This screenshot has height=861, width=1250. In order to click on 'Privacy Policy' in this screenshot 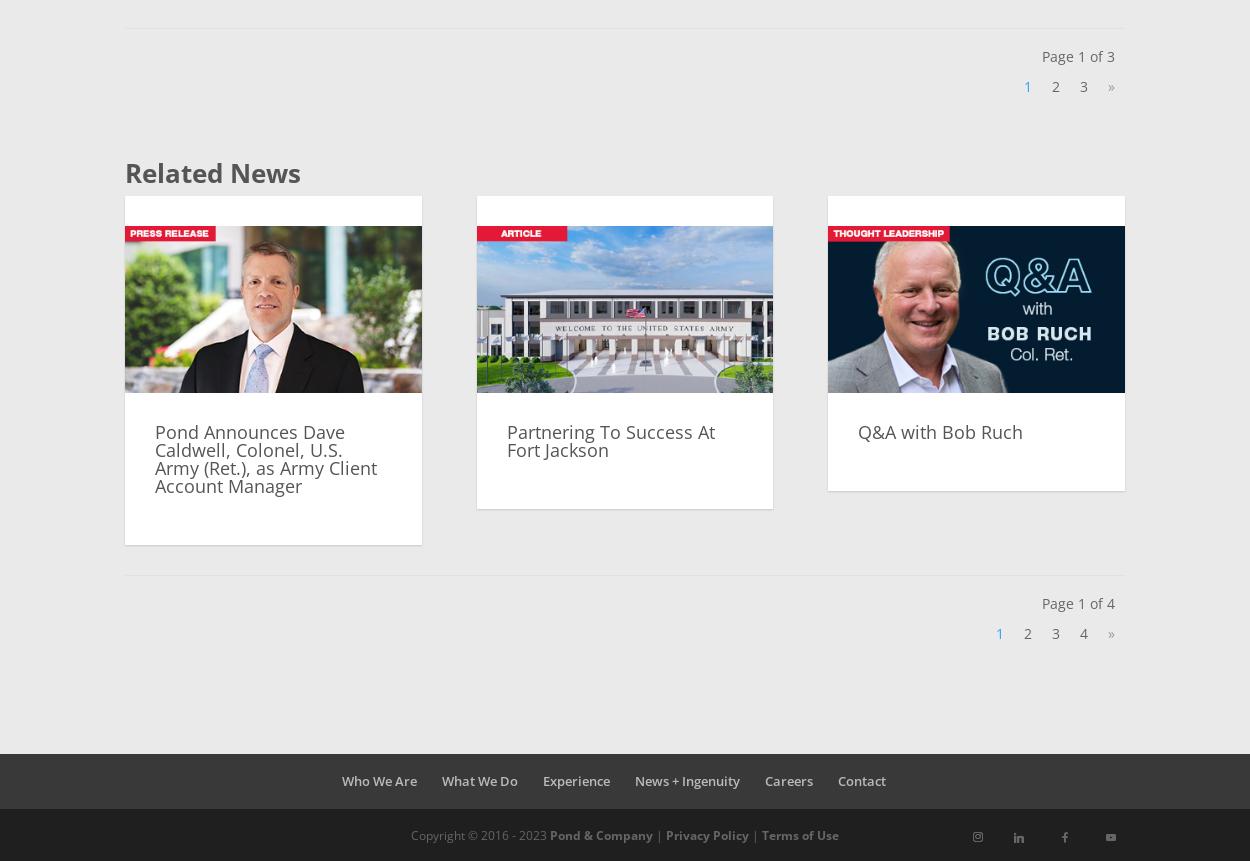, I will do `click(666, 833)`.